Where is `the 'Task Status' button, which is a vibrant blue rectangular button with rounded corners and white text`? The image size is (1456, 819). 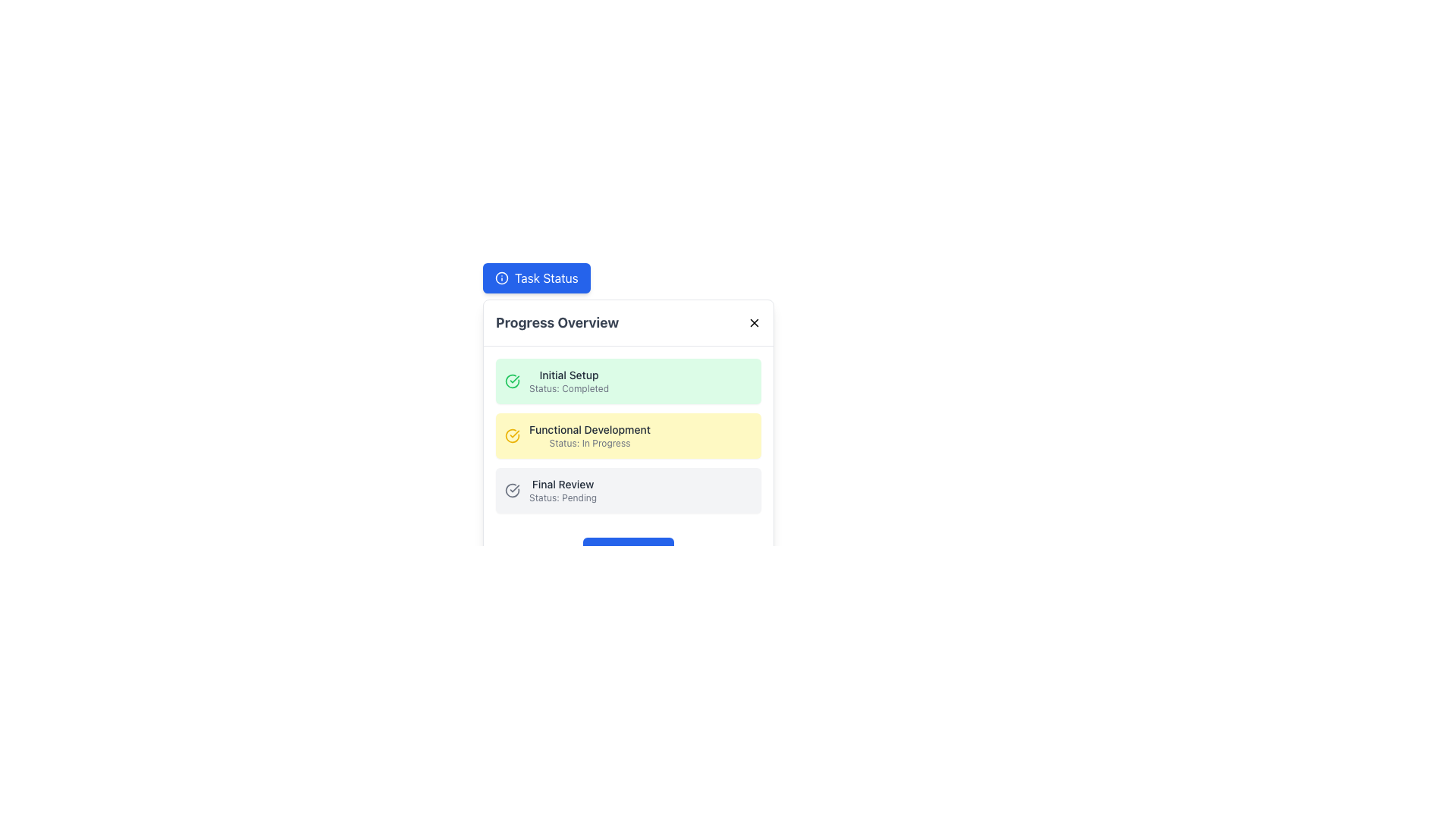
the 'Task Status' button, which is a vibrant blue rectangular button with rounded corners and white text is located at coordinates (536, 278).